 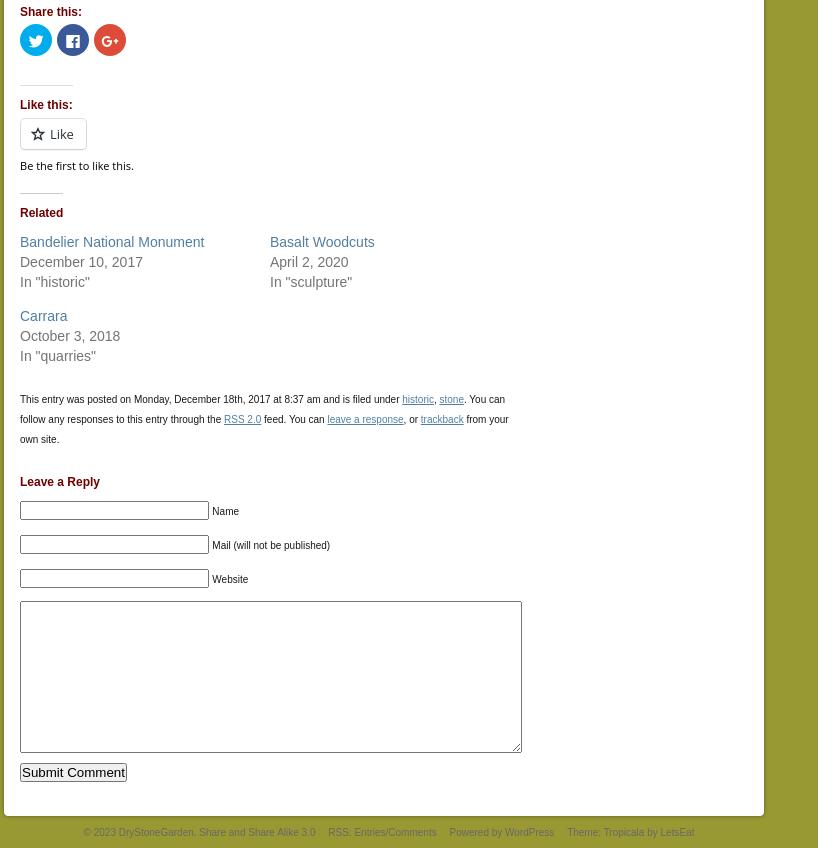 I want to click on '© 2023 DryStoneGarden. Share and Share Alike 3.0', so click(x=198, y=831).